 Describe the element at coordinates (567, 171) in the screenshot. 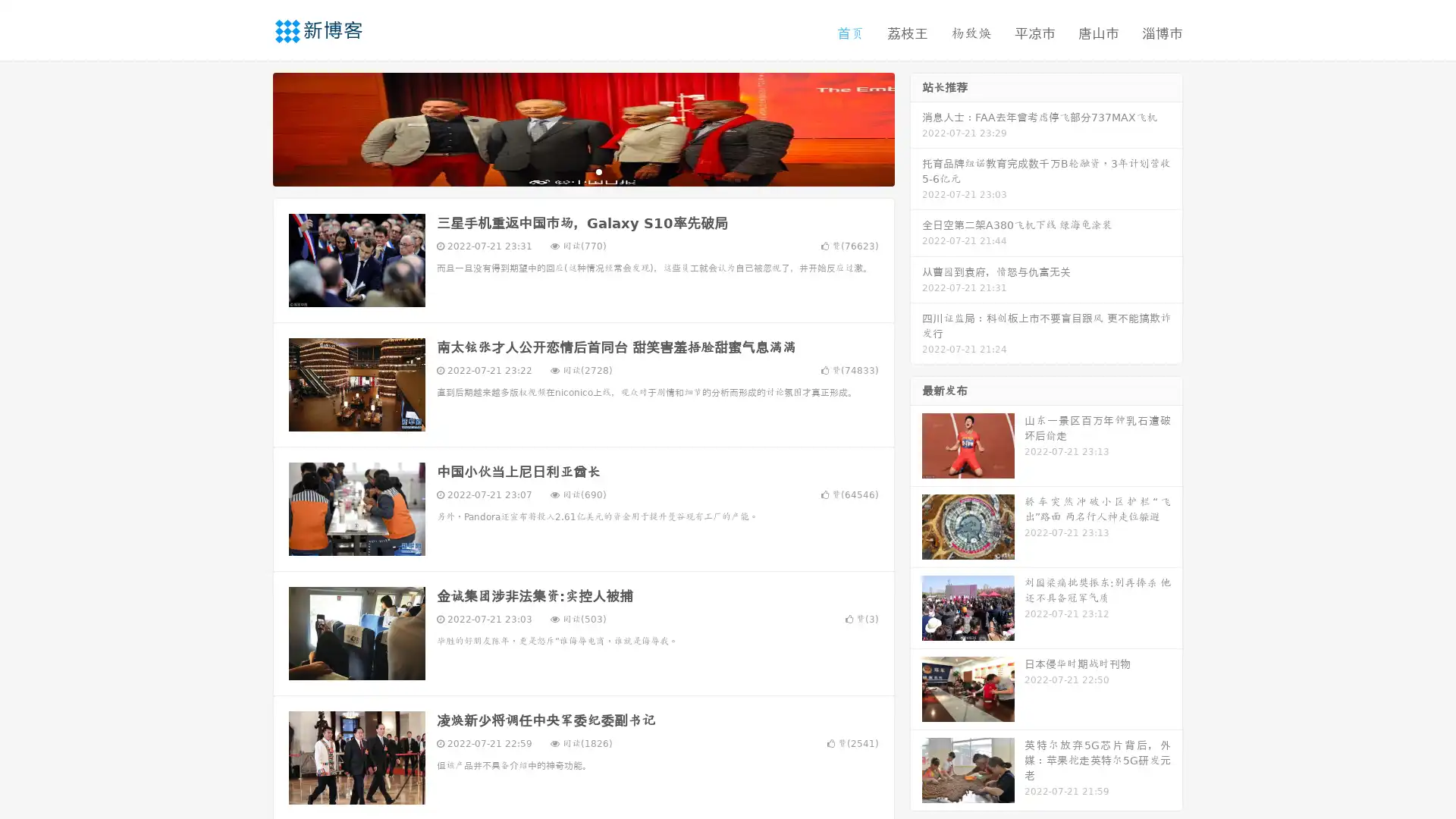

I see `Go to slide 1` at that location.